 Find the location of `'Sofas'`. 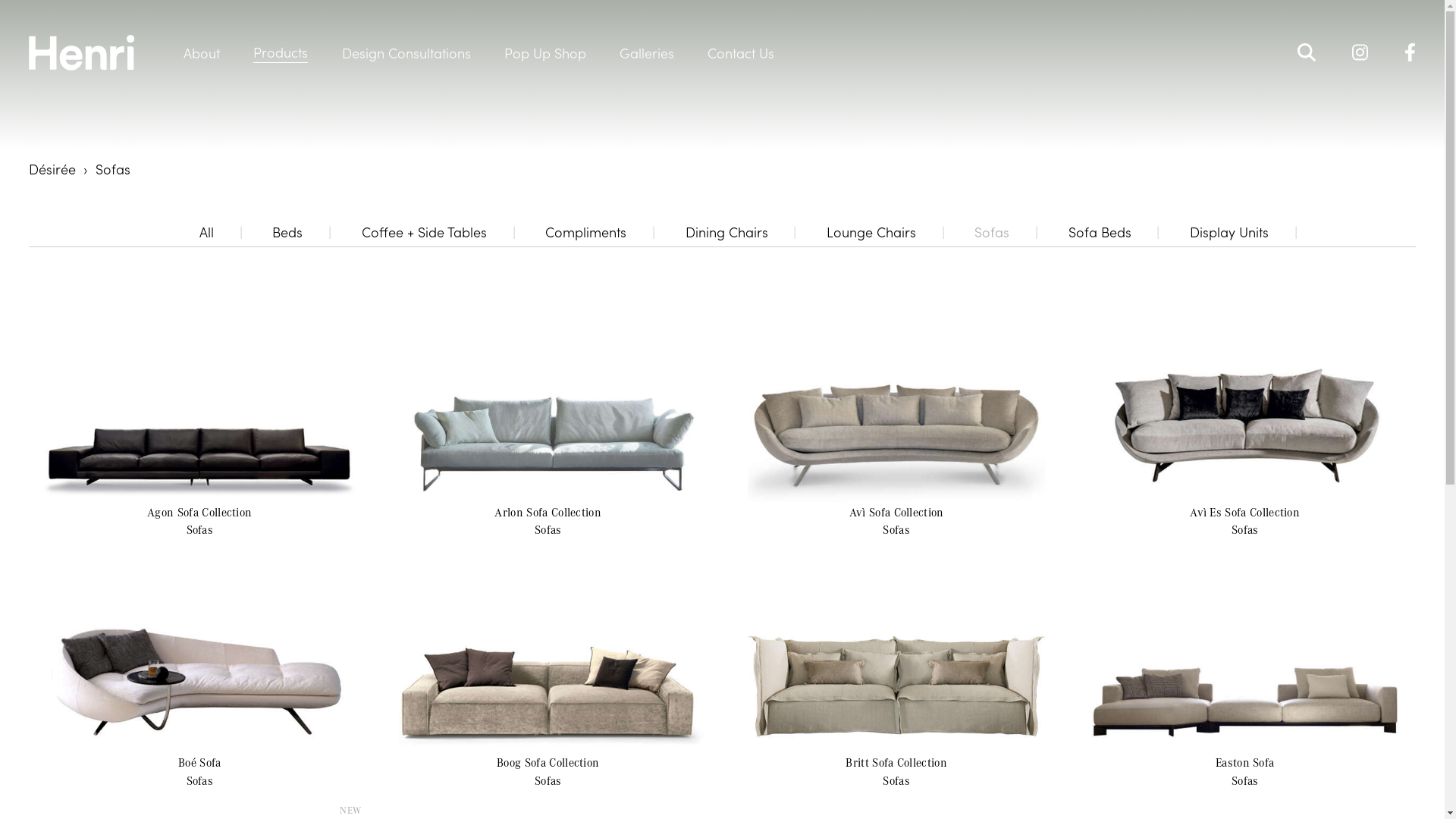

'Sofas' is located at coordinates (992, 231).